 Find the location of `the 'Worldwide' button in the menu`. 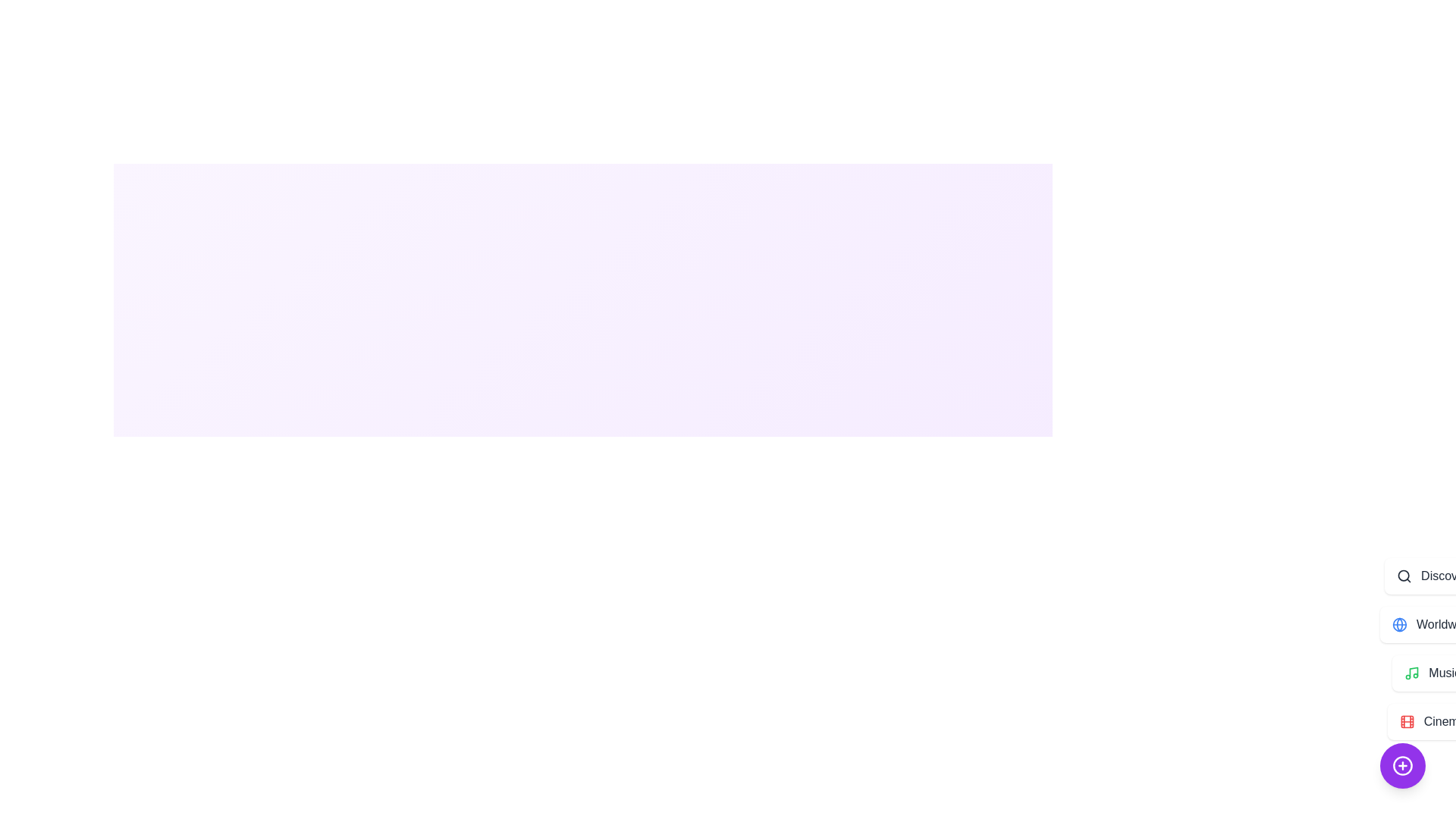

the 'Worldwide' button in the menu is located at coordinates (1432, 625).